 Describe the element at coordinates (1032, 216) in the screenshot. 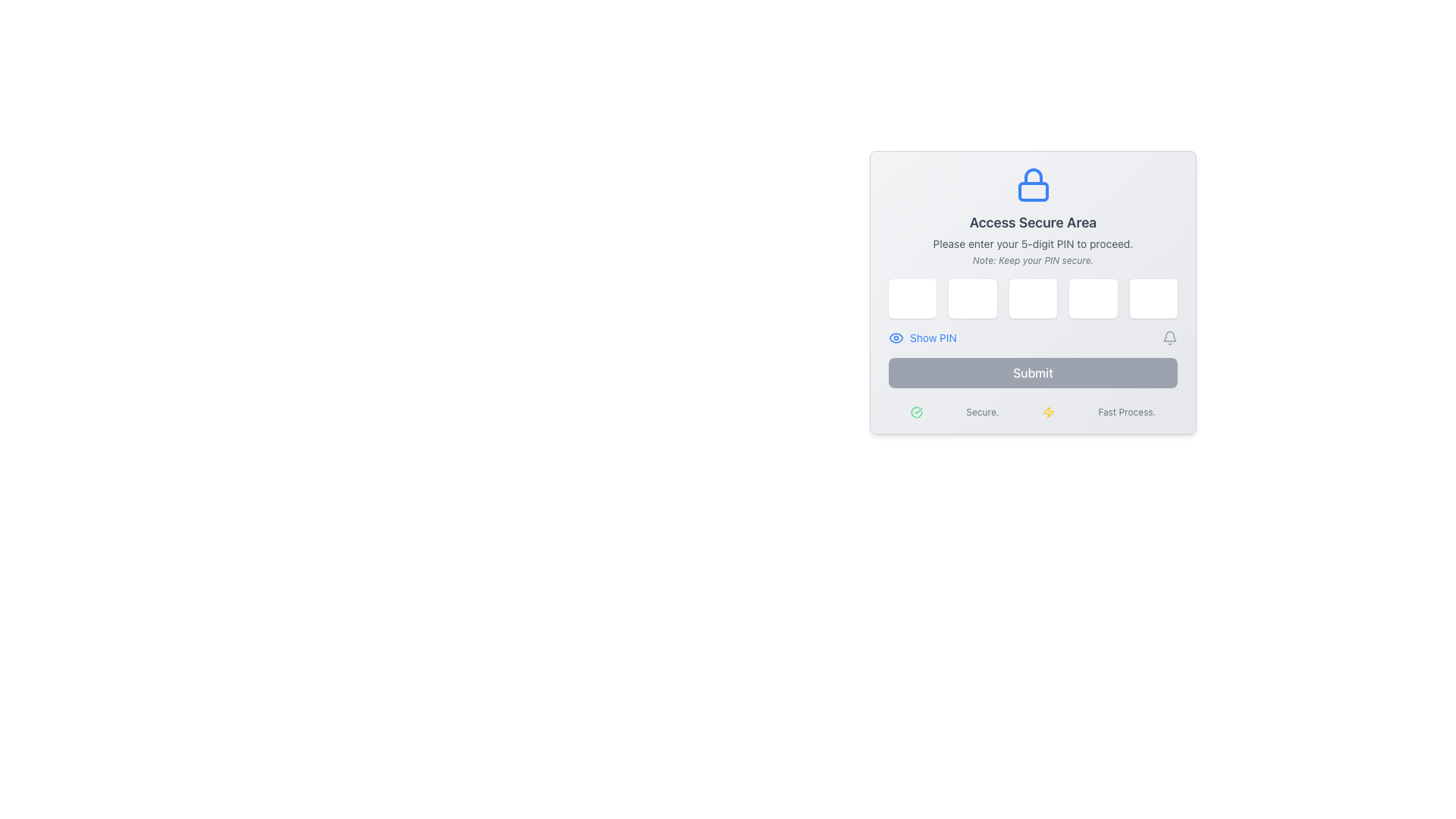

I see `informational text block that provides instructions for entering a 5-digit PIN, located below the lock icon and above the PIN input fields` at that location.